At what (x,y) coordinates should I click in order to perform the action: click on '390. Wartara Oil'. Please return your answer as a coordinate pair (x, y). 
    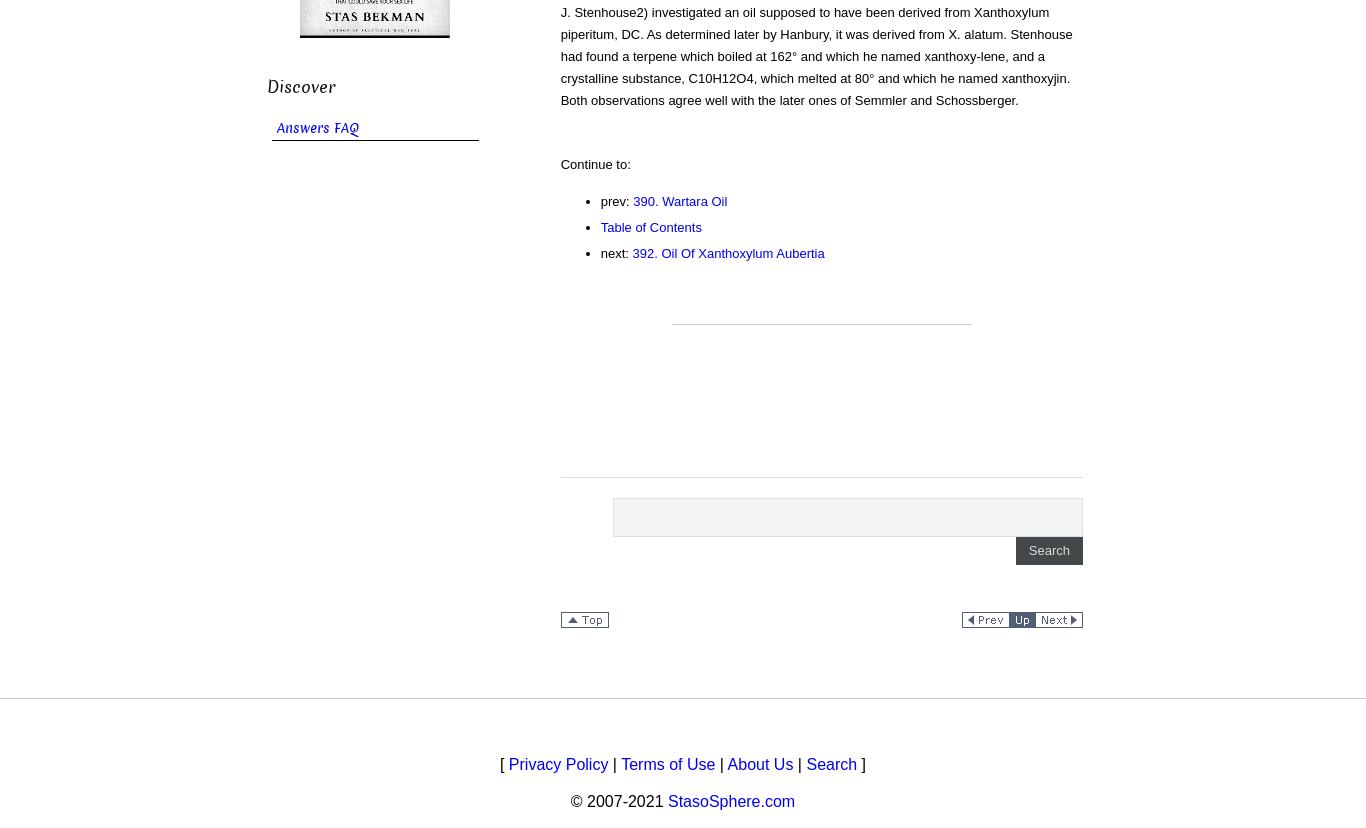
    Looking at the image, I should click on (678, 200).